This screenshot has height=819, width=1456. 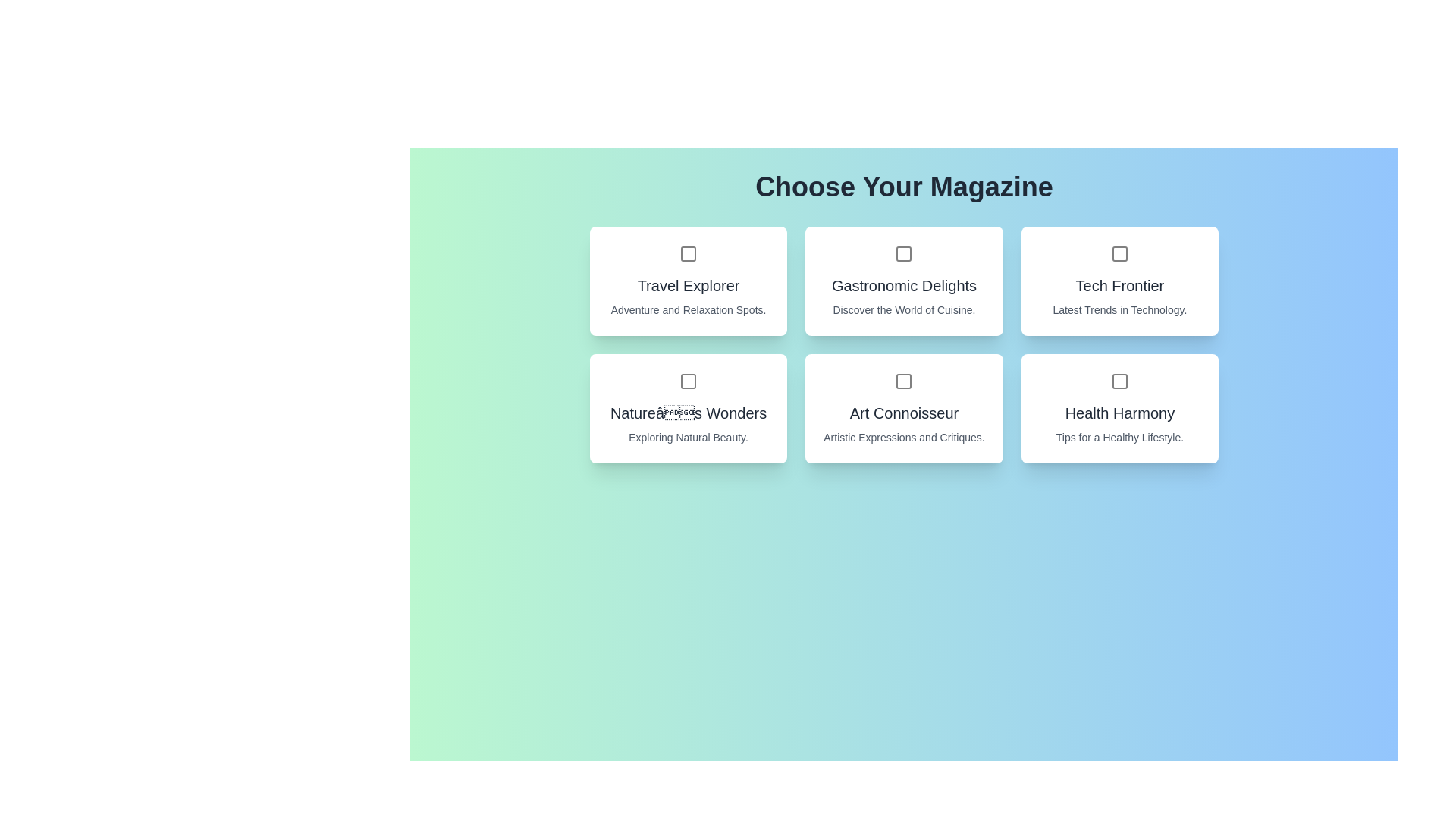 What do you see at coordinates (903, 281) in the screenshot?
I see `the magazine card for Gastronomic Delights` at bounding box center [903, 281].